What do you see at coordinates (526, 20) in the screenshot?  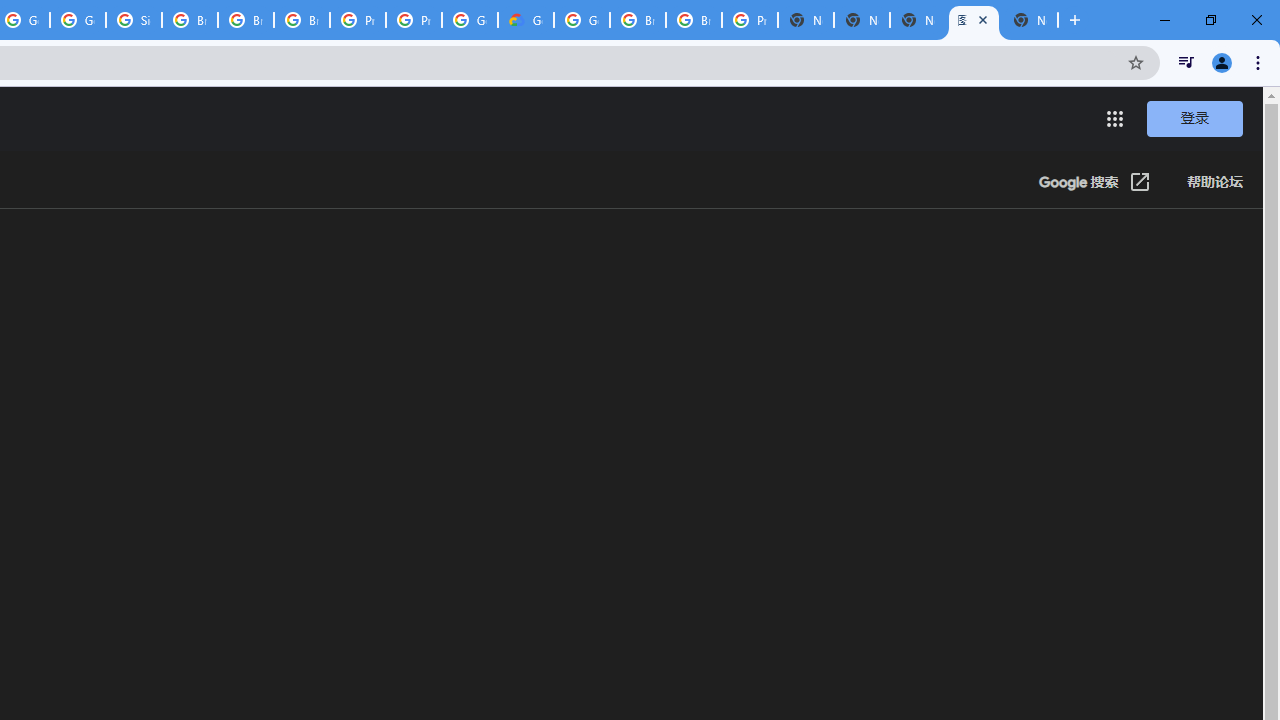 I see `'Google Cloud Estimate Summary'` at bounding box center [526, 20].